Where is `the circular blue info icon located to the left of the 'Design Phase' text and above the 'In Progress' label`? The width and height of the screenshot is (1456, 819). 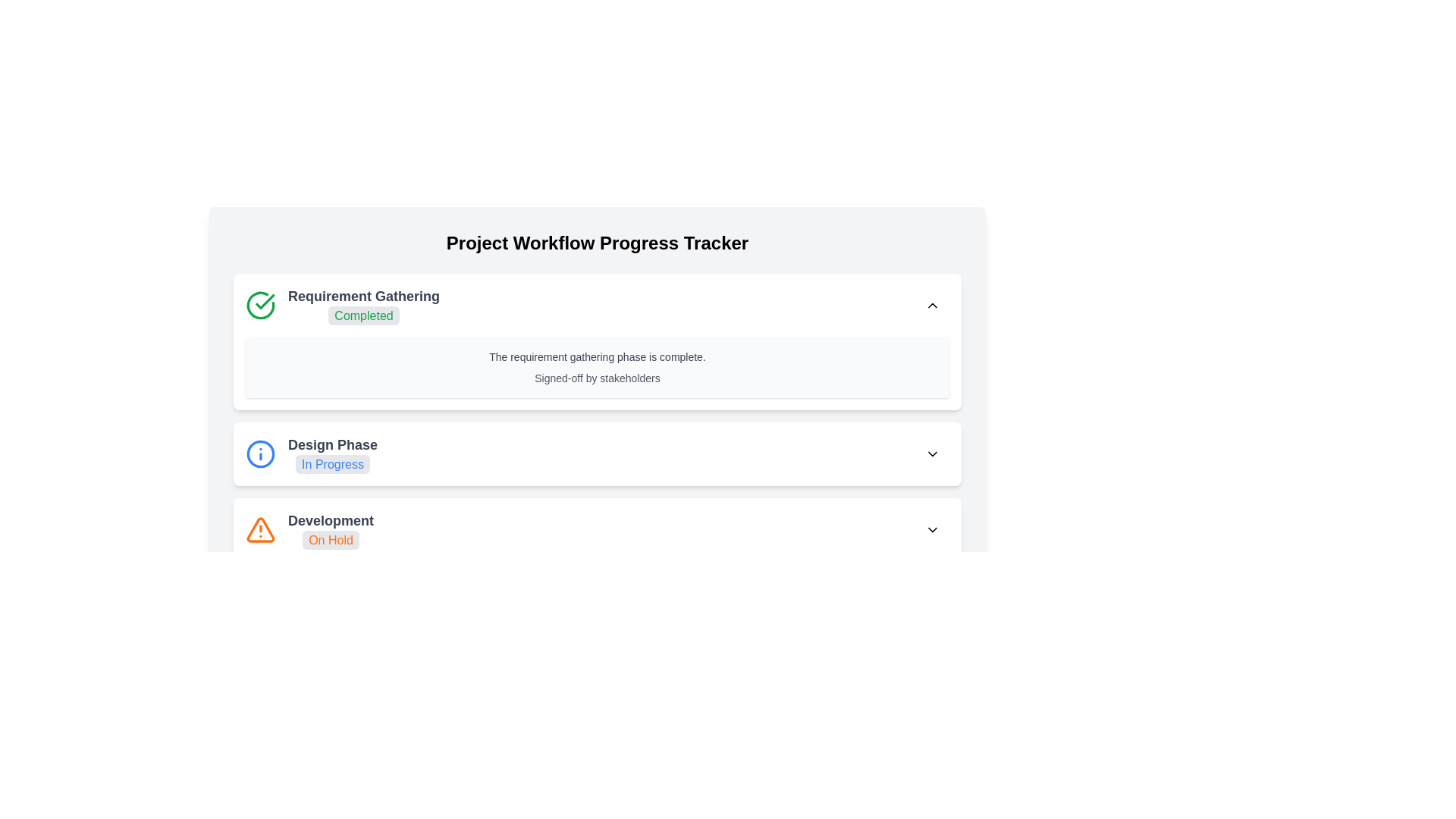
the circular blue info icon located to the left of the 'Design Phase' text and above the 'In Progress' label is located at coordinates (261, 453).